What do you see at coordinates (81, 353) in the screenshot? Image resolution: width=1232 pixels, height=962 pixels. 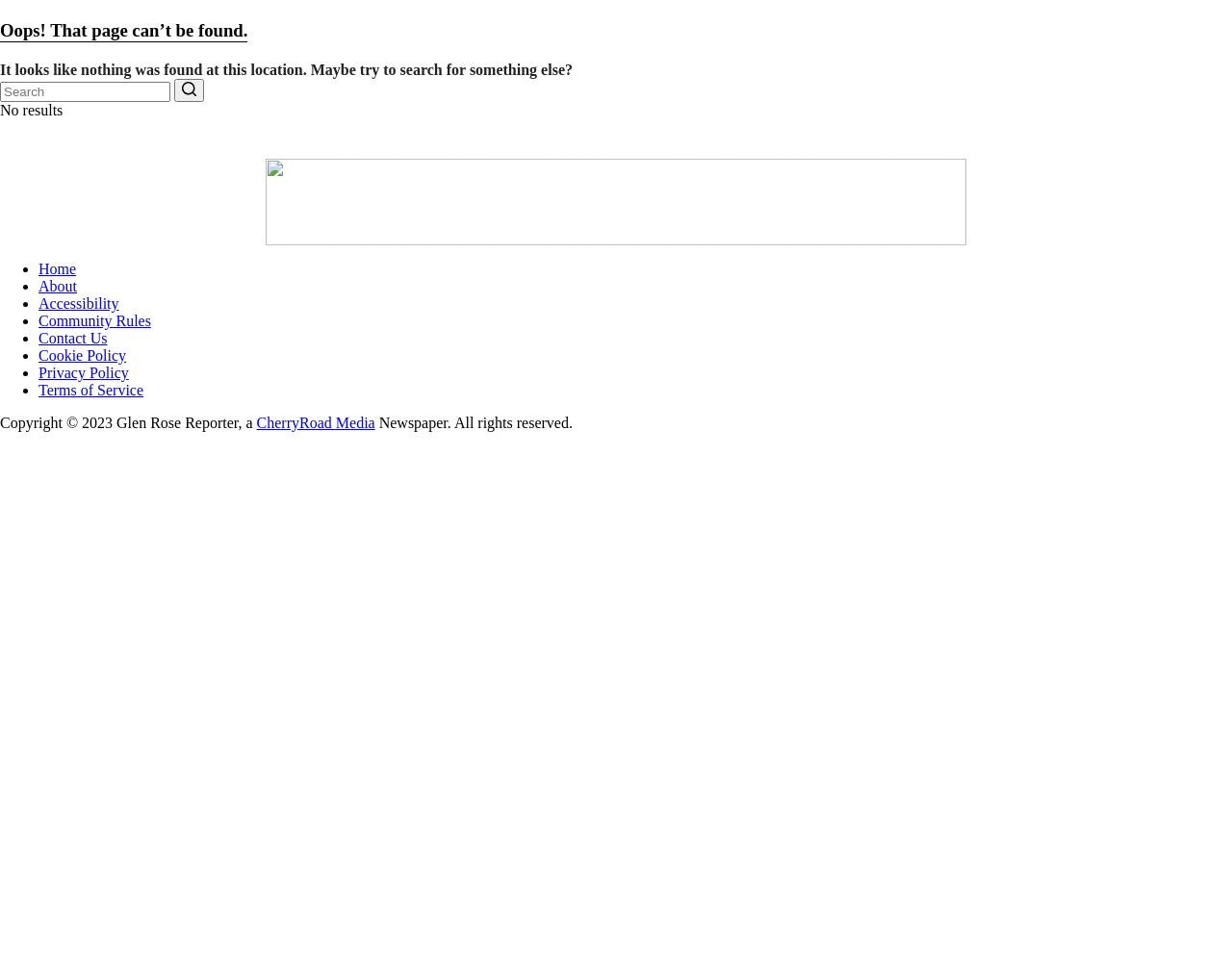 I see `'Cookie Policy'` at bounding box center [81, 353].